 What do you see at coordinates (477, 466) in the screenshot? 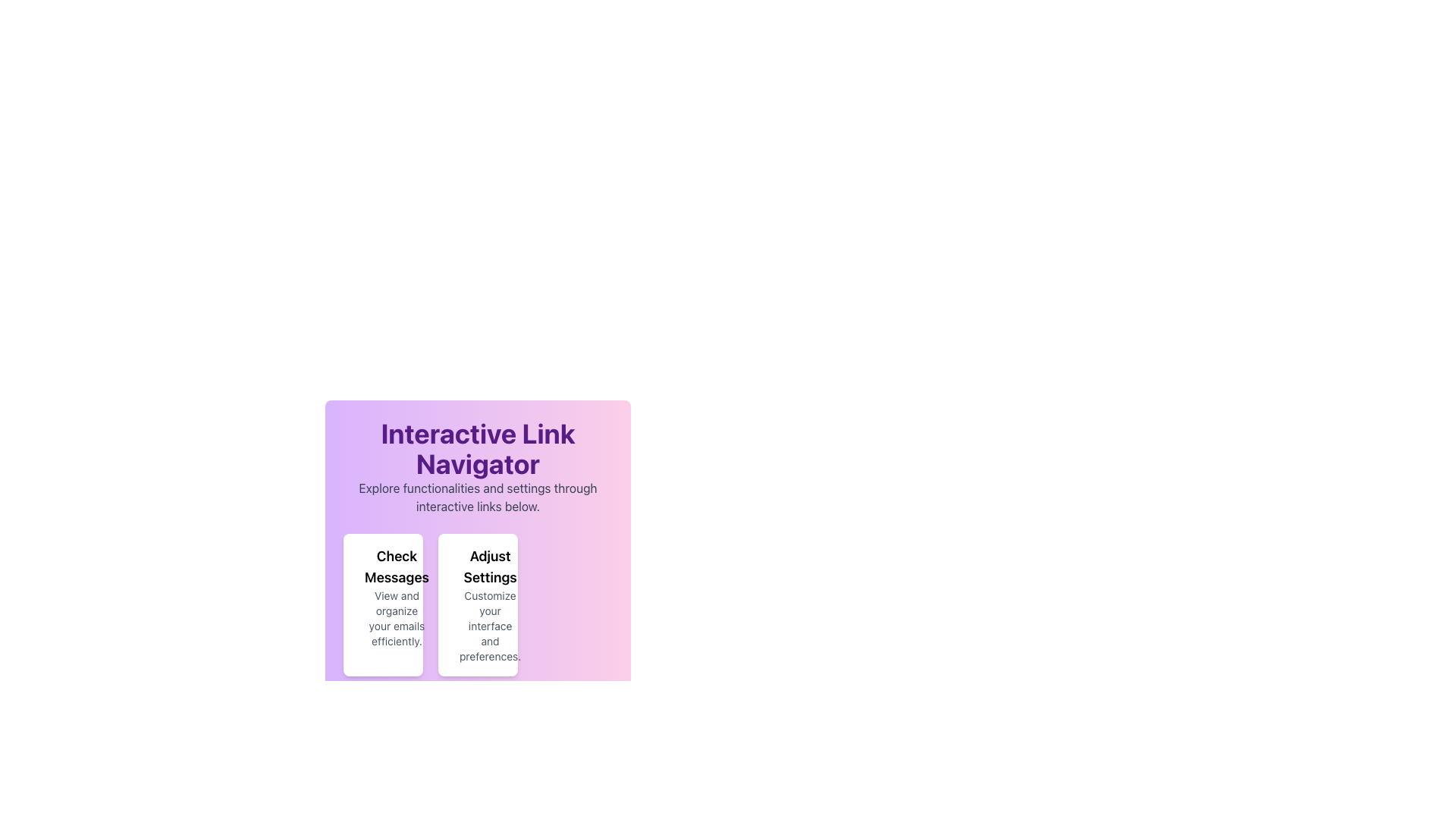
I see `the informational header text block located at the top-center of the card with a gradient background` at bounding box center [477, 466].